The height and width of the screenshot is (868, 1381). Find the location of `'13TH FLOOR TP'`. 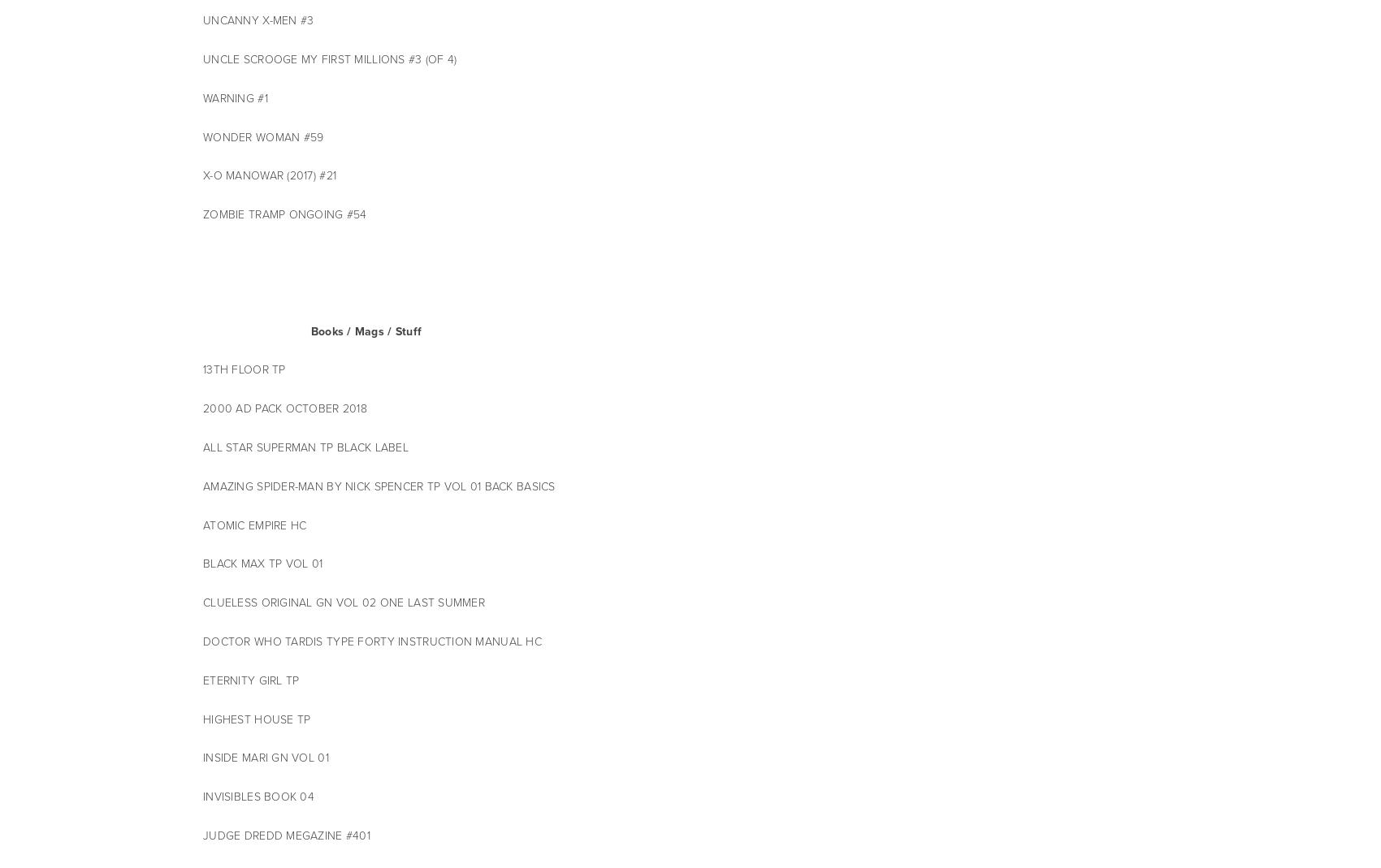

'13TH FLOOR TP' is located at coordinates (245, 369).